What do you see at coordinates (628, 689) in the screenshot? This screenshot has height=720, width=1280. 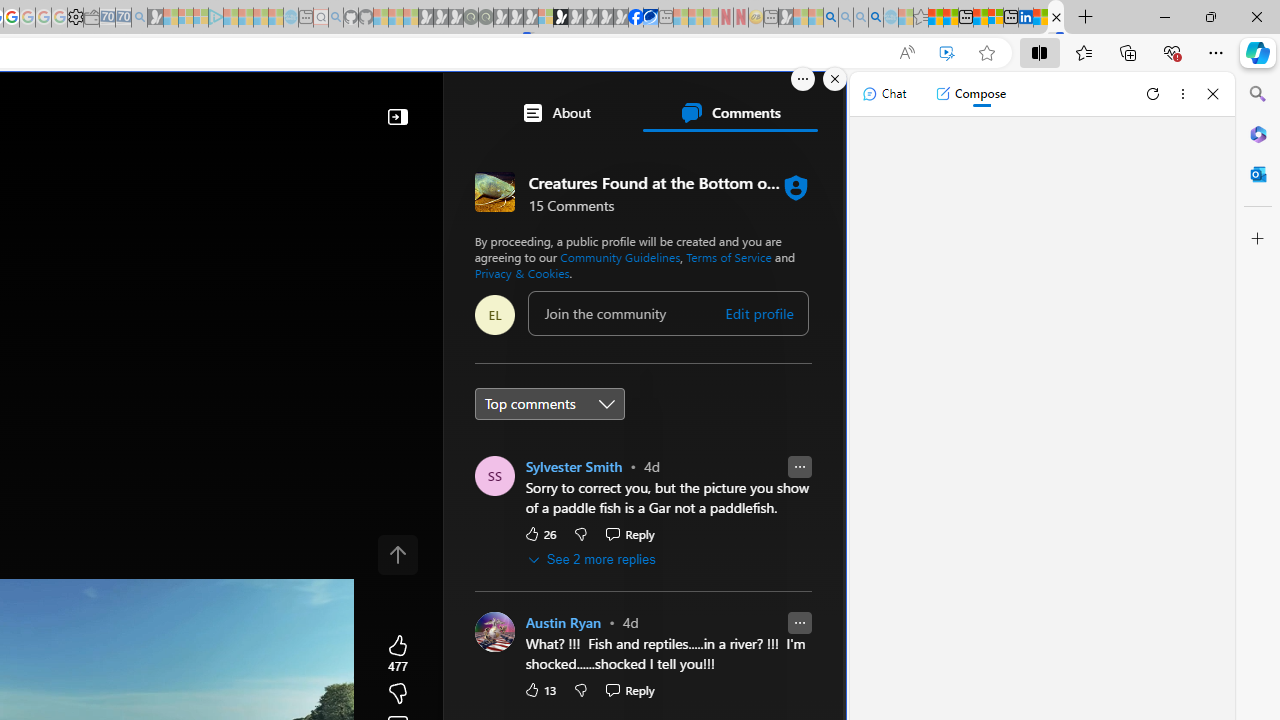 I see `'Reply Reply Comment'` at bounding box center [628, 689].